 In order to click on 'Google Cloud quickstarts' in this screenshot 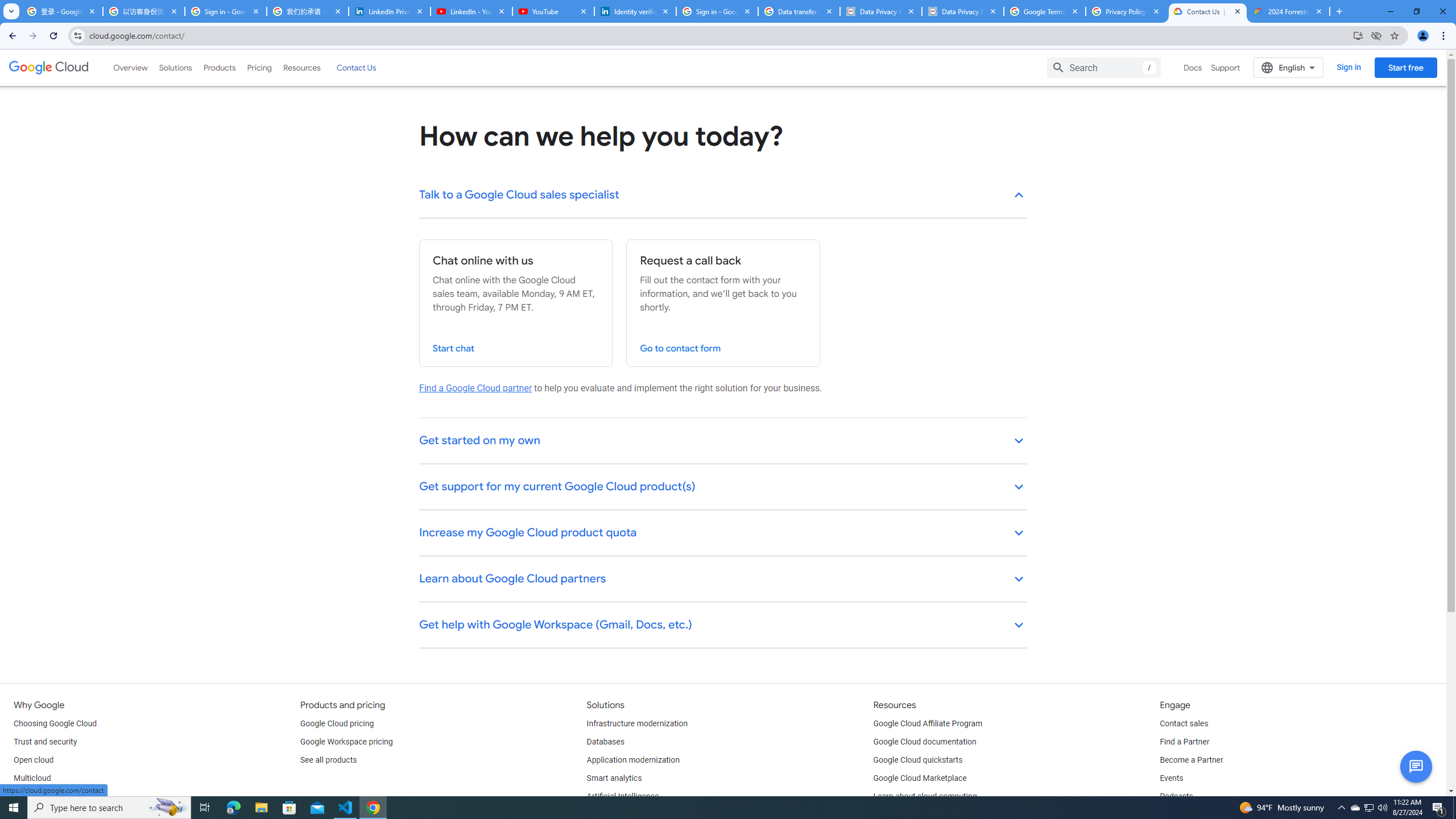, I will do `click(918, 760)`.